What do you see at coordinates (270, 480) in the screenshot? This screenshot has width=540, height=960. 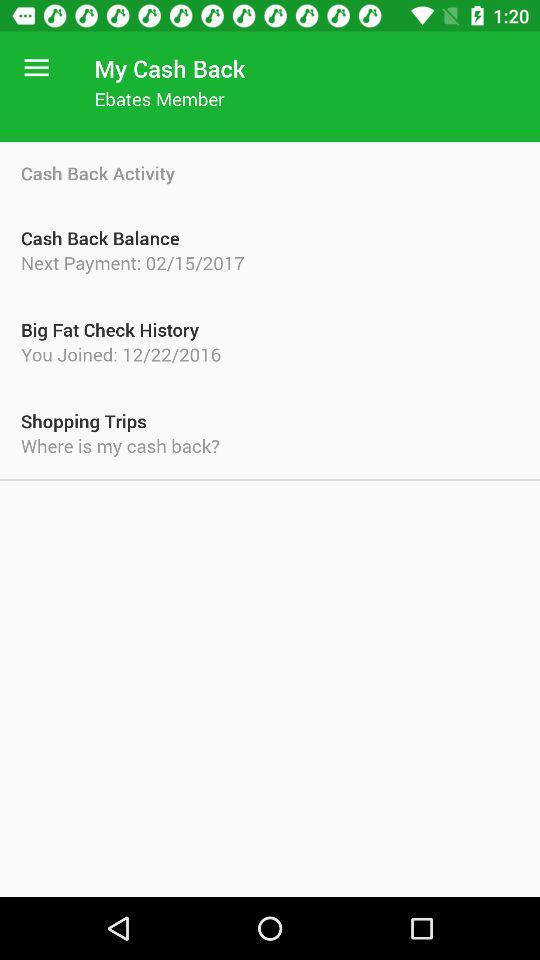 I see `item below the where is my icon` at bounding box center [270, 480].